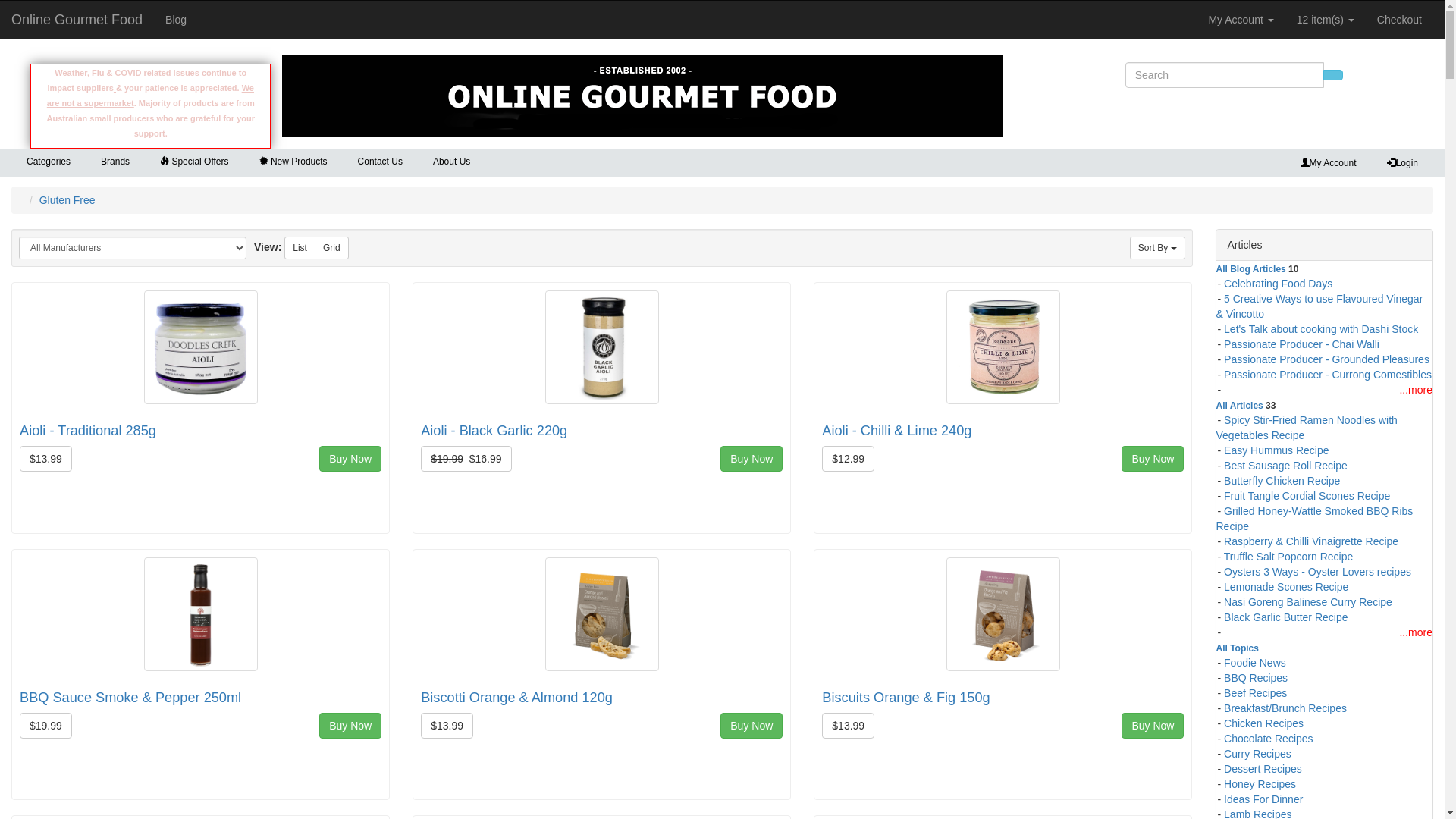 The height and width of the screenshot is (819, 1456). I want to click on 'Black Garlic Butter Recipe', so click(1285, 616).